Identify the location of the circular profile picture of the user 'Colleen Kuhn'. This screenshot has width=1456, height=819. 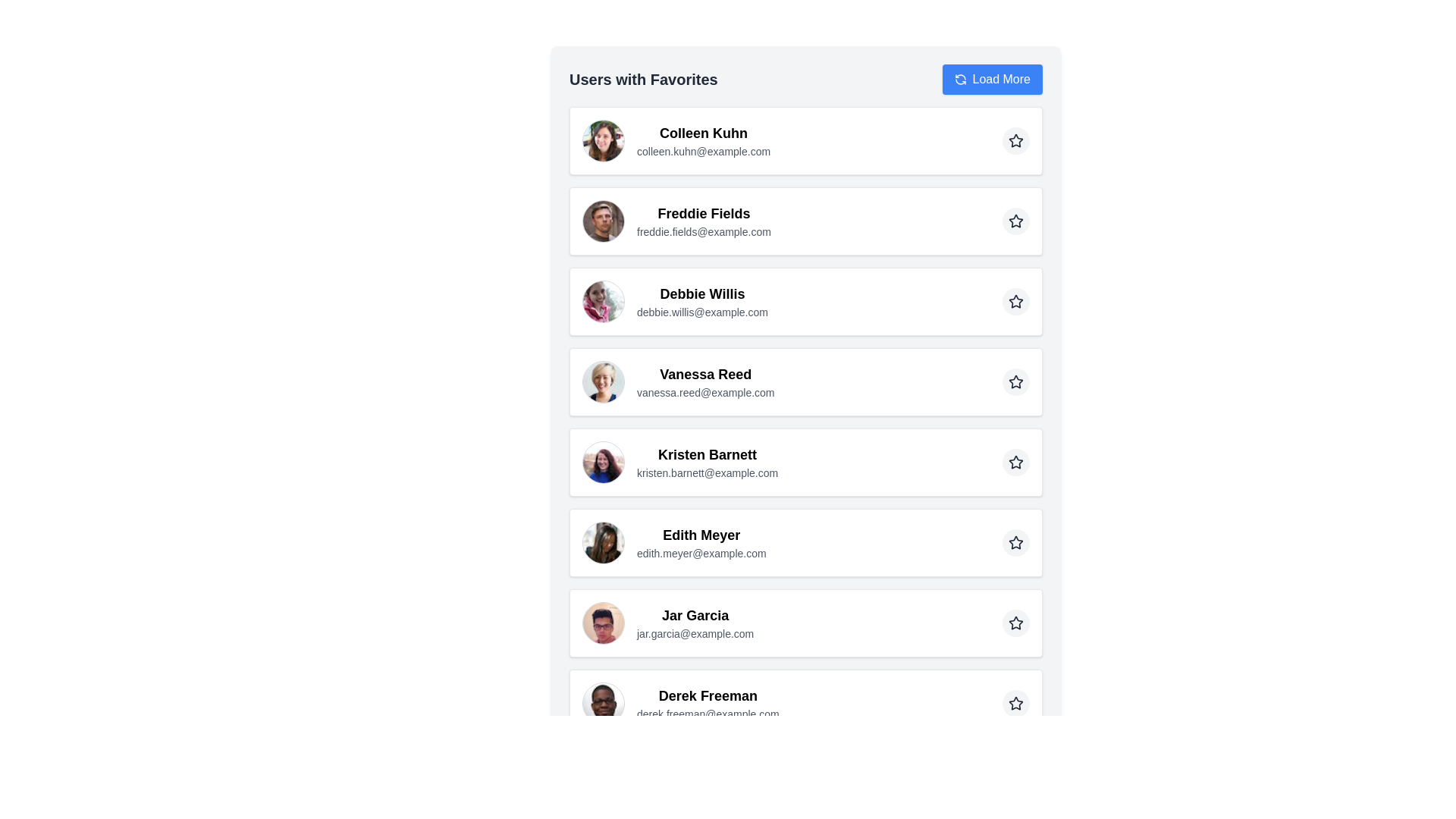
(603, 140).